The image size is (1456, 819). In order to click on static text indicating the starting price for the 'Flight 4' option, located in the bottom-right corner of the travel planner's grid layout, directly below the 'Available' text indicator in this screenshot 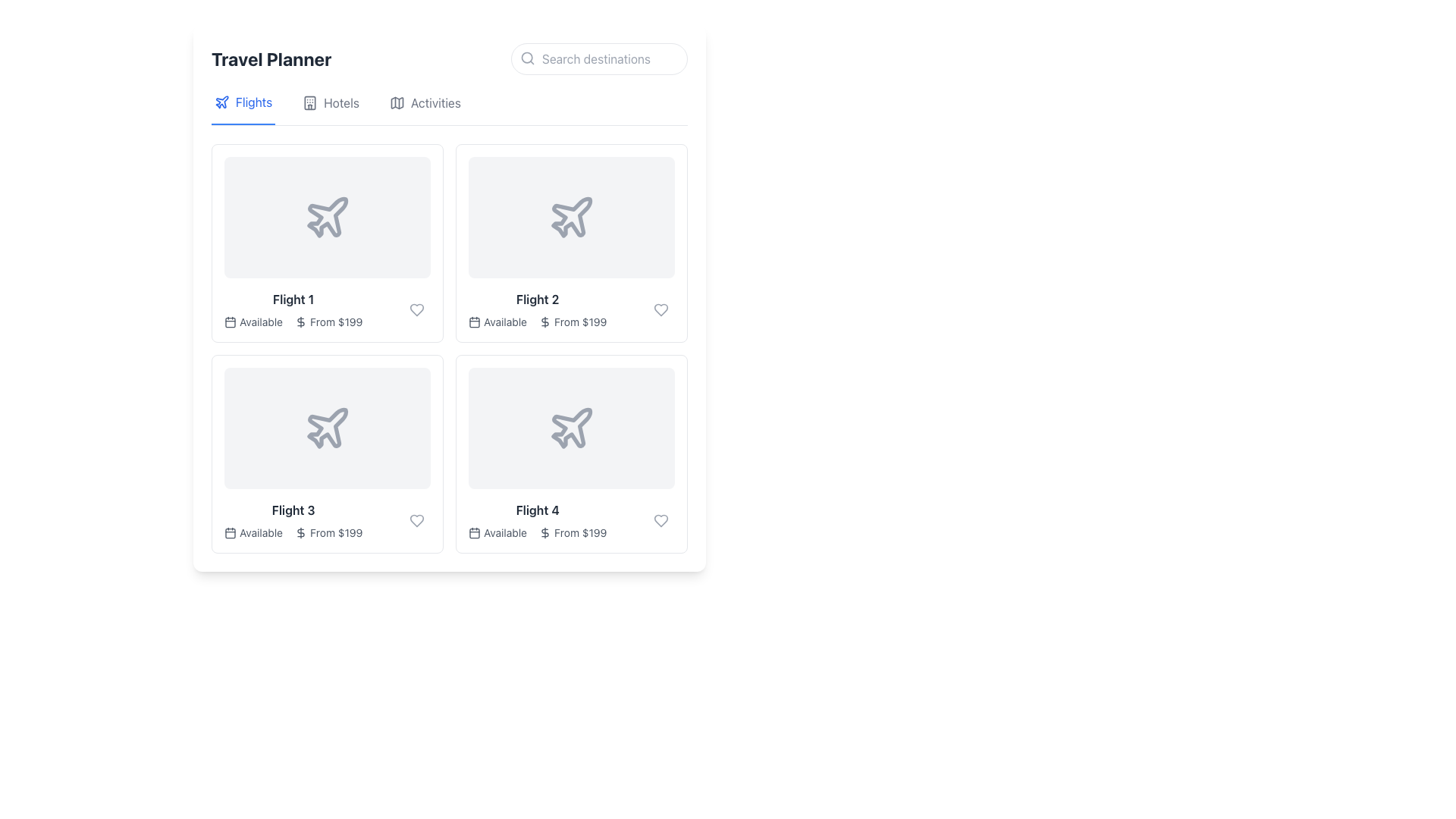, I will do `click(579, 532)`.